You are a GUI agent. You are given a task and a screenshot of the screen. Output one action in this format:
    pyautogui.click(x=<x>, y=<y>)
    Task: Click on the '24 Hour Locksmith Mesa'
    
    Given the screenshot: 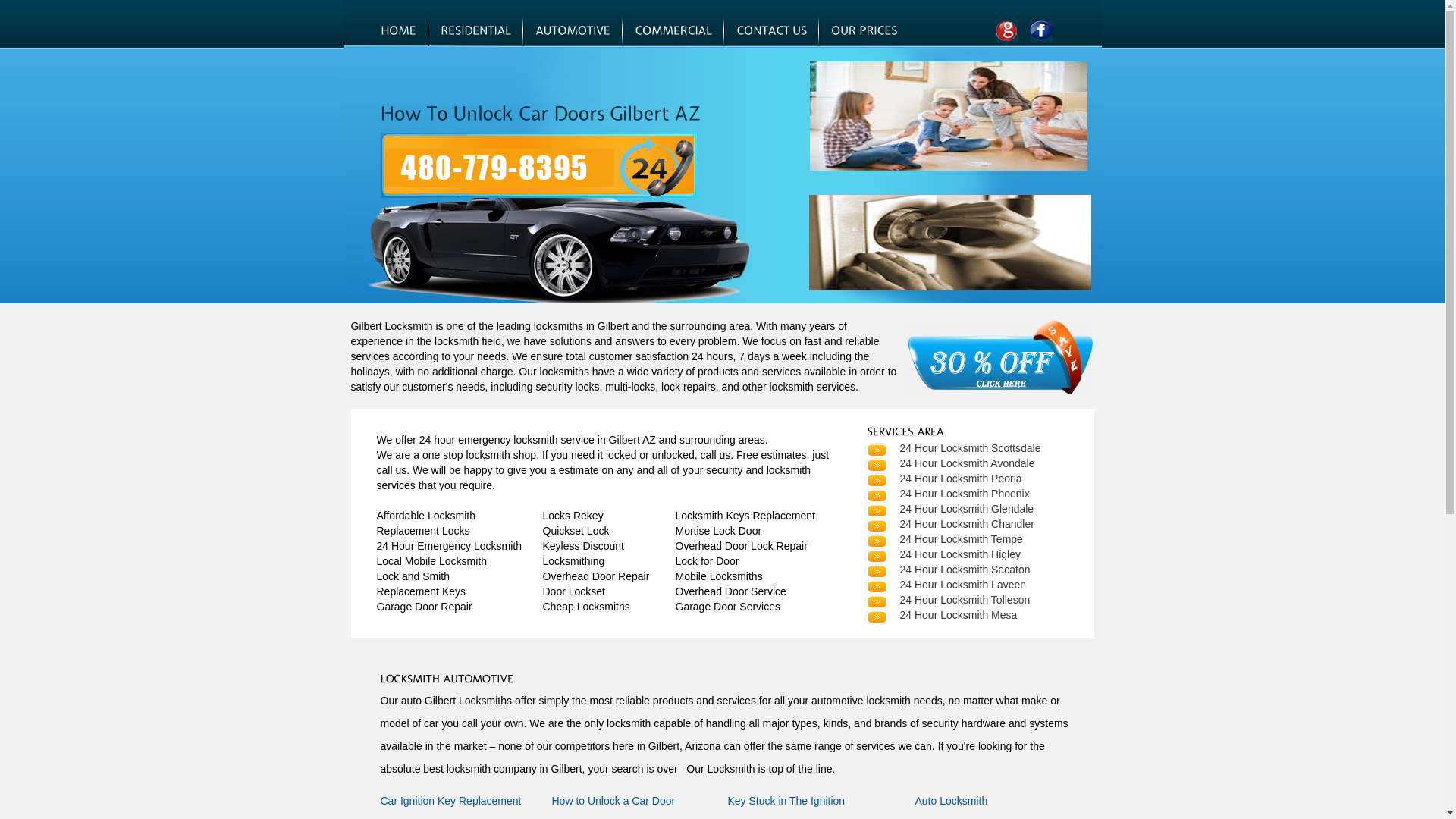 What is the action you would take?
    pyautogui.click(x=939, y=614)
    